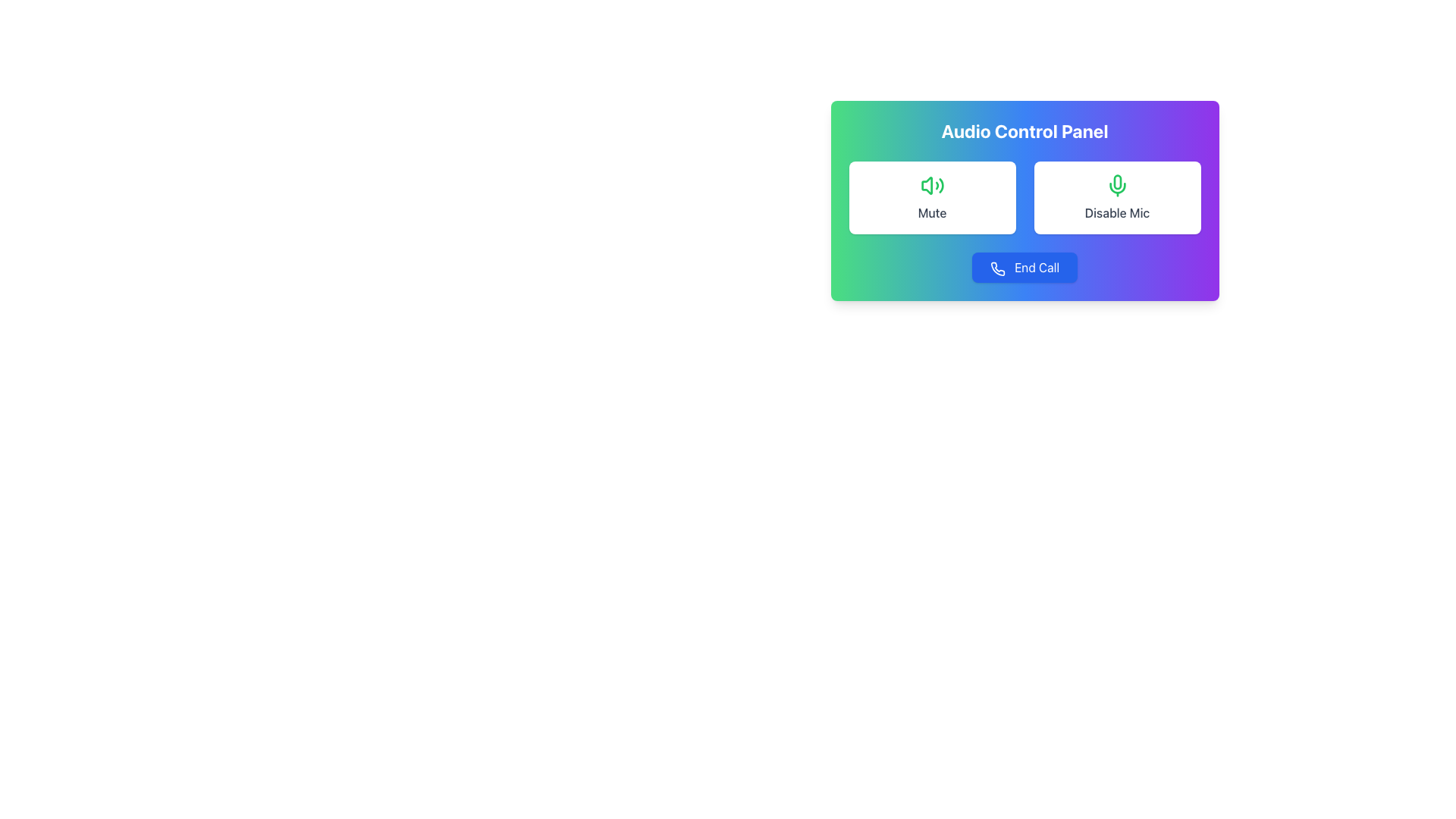 The width and height of the screenshot is (1456, 819). I want to click on the 'Mute' button, which is a card-like rectangular button with a green speaker icon and the label 'Mute' in dark gray, so click(931, 197).